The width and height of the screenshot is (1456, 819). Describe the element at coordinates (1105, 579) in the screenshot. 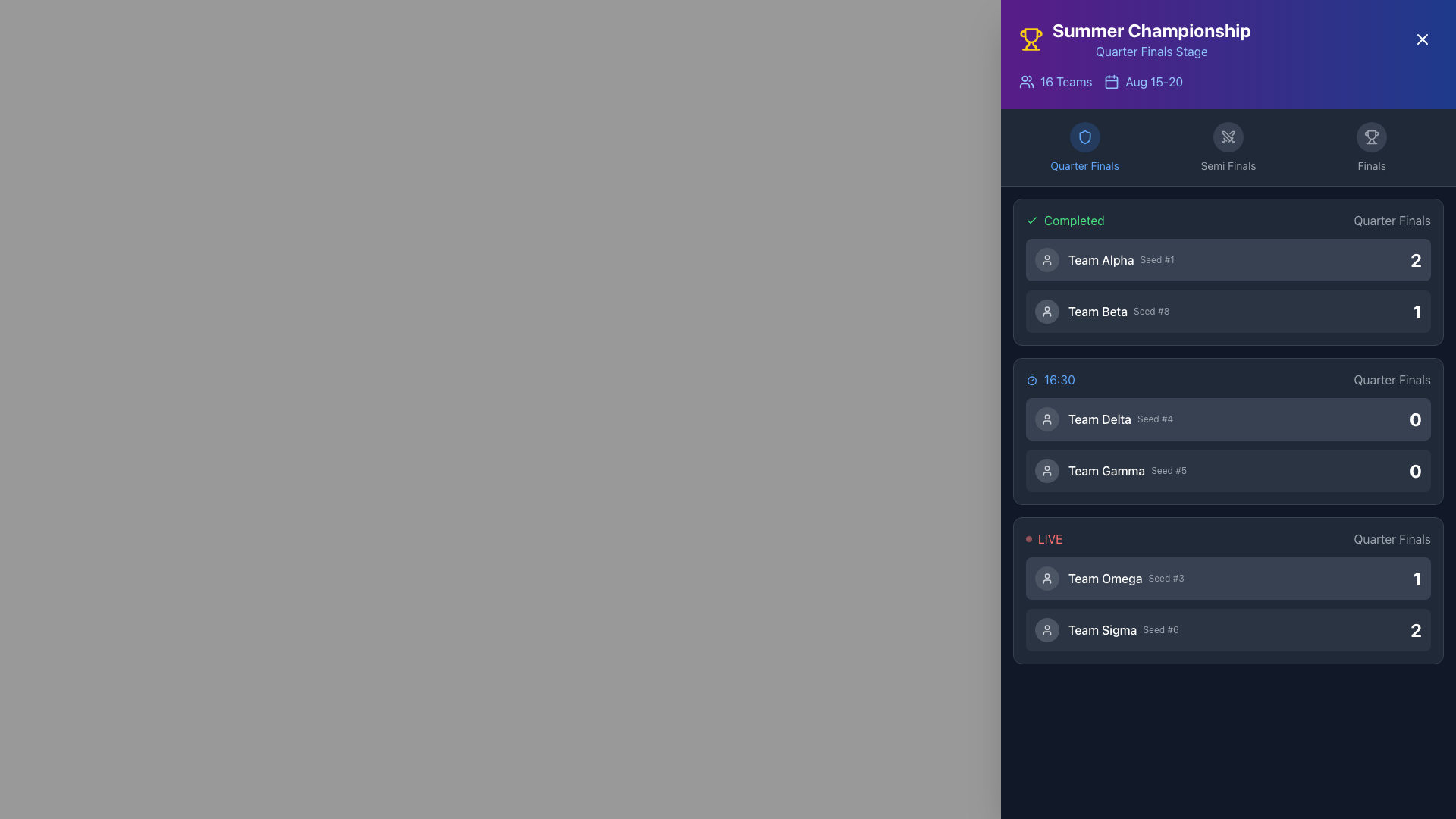

I see `text 'Team Omega' displayed in white color in the 'LIVE' subsection of the 'Quarter Finals' section` at that location.